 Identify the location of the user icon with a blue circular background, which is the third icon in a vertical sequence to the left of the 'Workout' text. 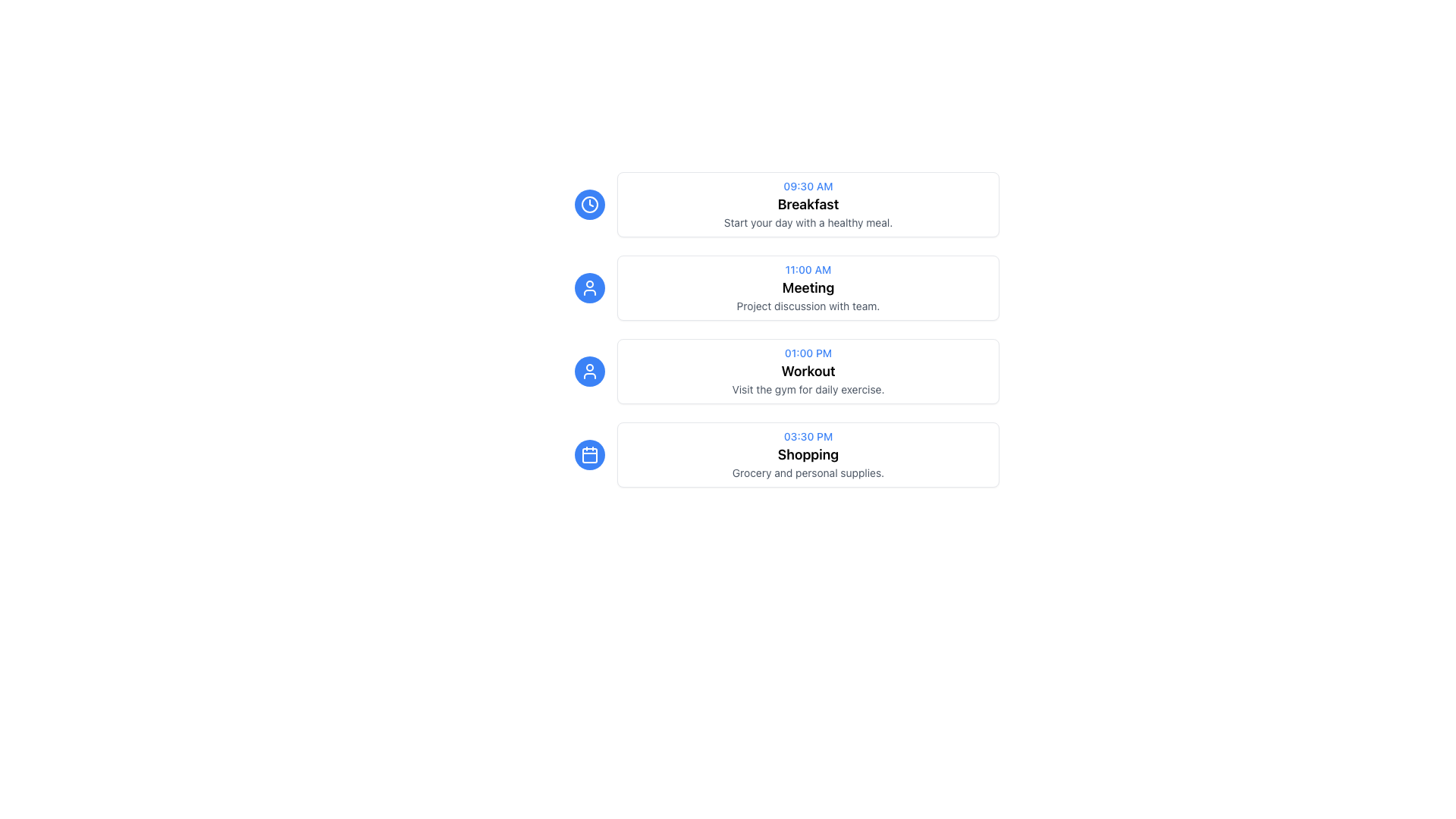
(588, 288).